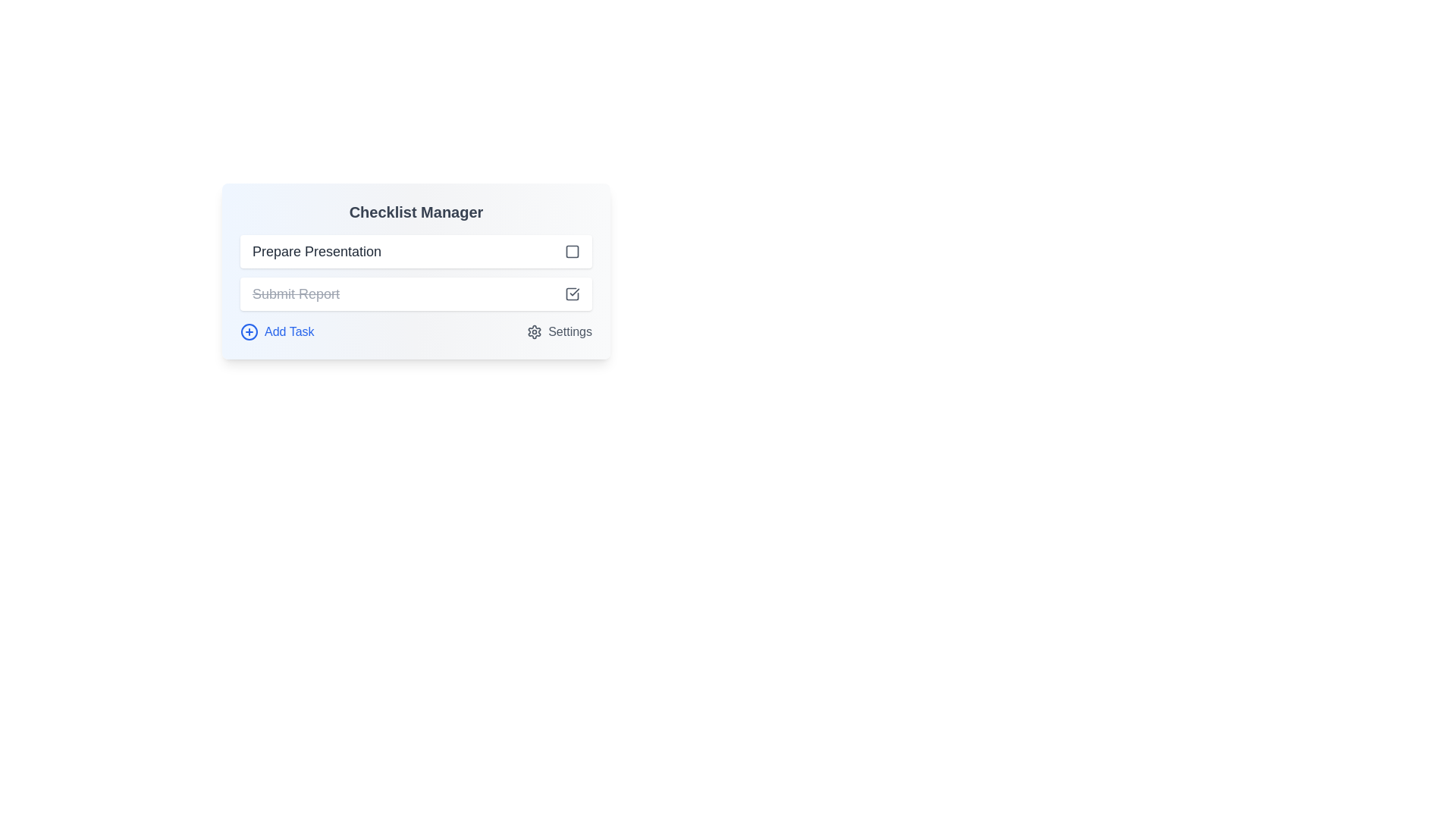  What do you see at coordinates (289, 331) in the screenshot?
I see `the 'Add Task' text label, which is styled in blue and positioned next to a circular blue icon with a plus symbol` at bounding box center [289, 331].